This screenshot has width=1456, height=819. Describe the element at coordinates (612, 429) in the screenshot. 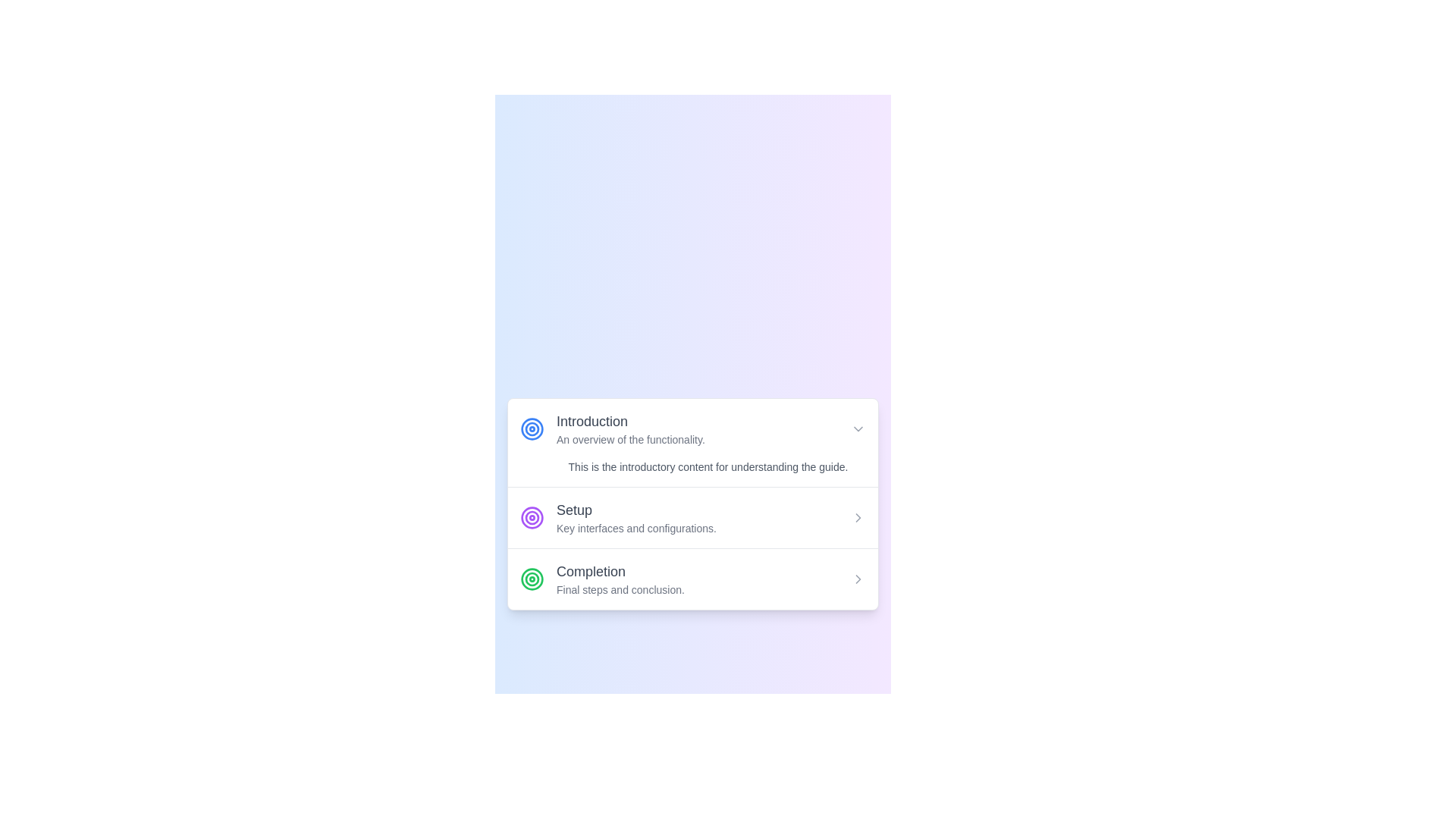

I see `displayed text from the combination of a blue target-shaped icon and the text 'Introduction' with the description 'An overview of the functionality.'` at that location.